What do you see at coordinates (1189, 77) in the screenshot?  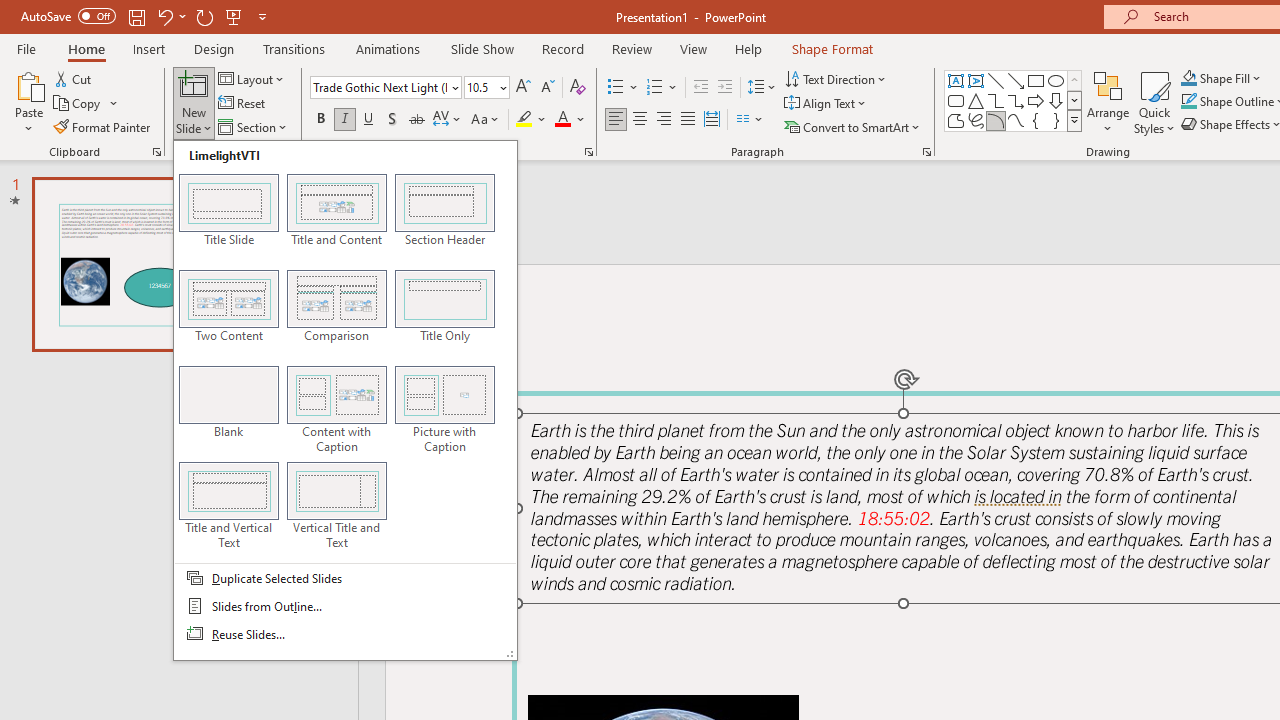 I see `'Shape Fill Aqua, Accent 2'` at bounding box center [1189, 77].